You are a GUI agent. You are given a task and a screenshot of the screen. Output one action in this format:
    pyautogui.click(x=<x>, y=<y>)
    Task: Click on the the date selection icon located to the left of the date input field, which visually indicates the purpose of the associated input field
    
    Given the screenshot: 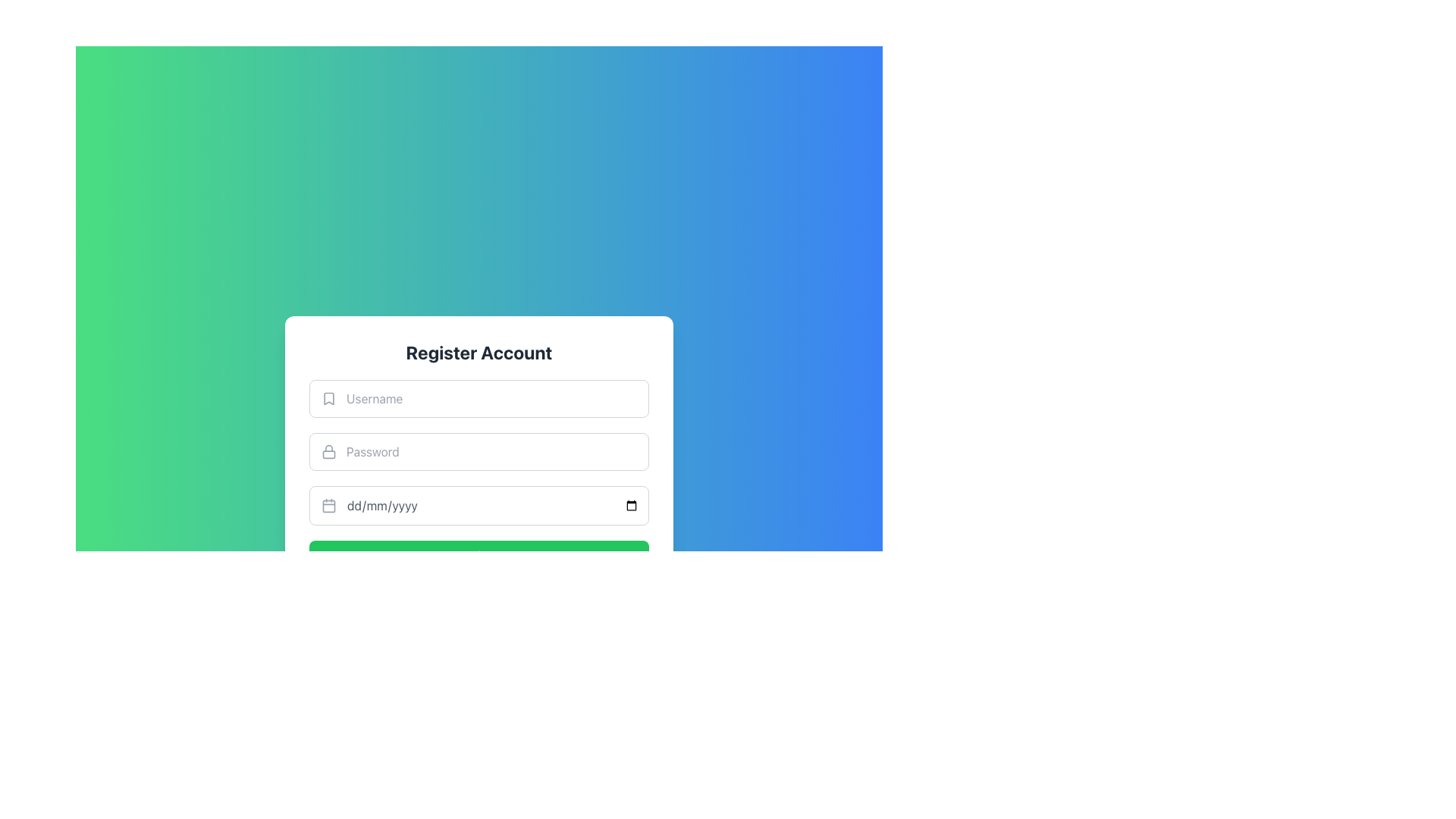 What is the action you would take?
    pyautogui.click(x=328, y=506)
    